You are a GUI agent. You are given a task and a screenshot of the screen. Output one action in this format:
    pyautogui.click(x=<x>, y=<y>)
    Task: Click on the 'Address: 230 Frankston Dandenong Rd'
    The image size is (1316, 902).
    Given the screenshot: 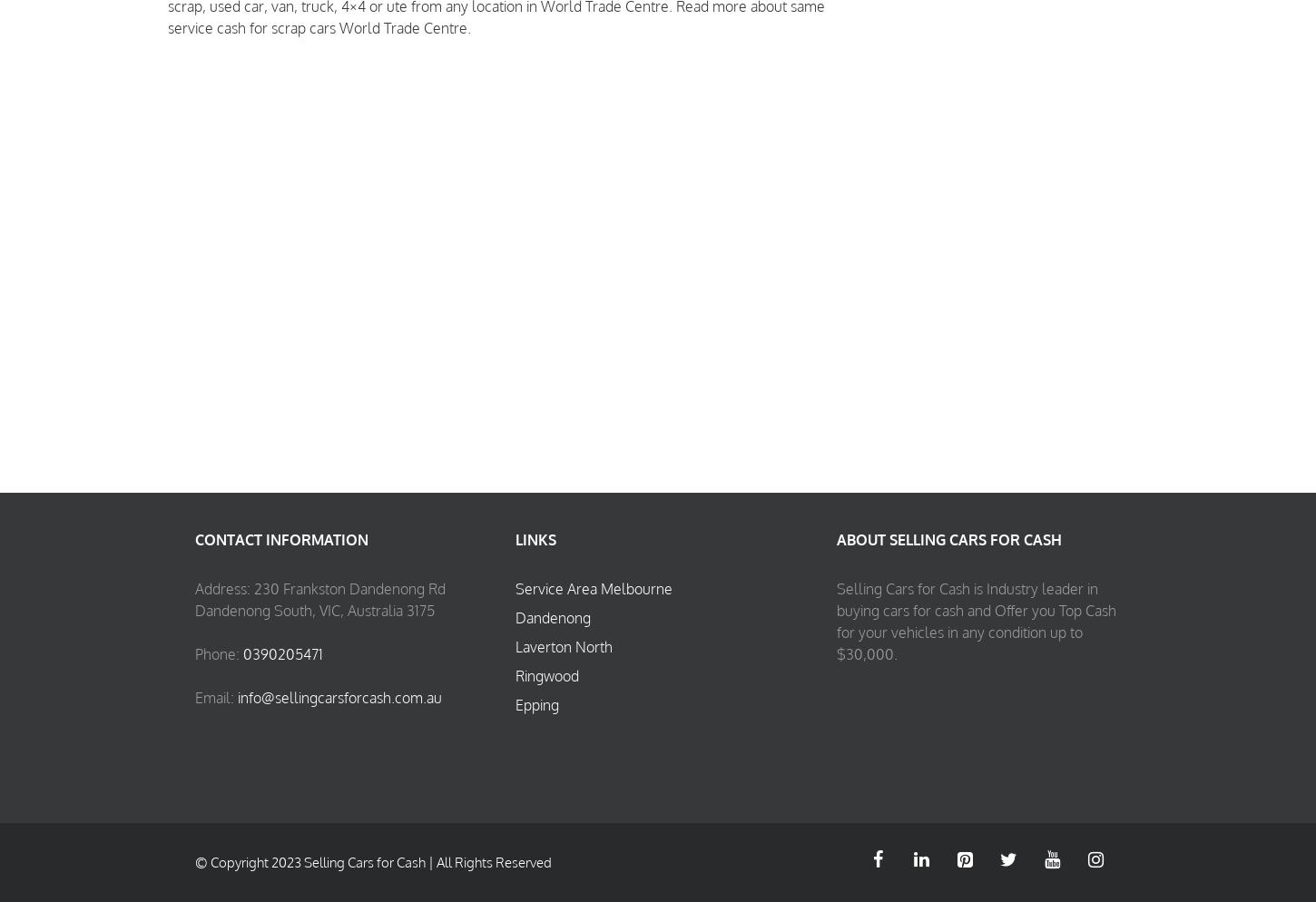 What is the action you would take?
    pyautogui.click(x=194, y=588)
    